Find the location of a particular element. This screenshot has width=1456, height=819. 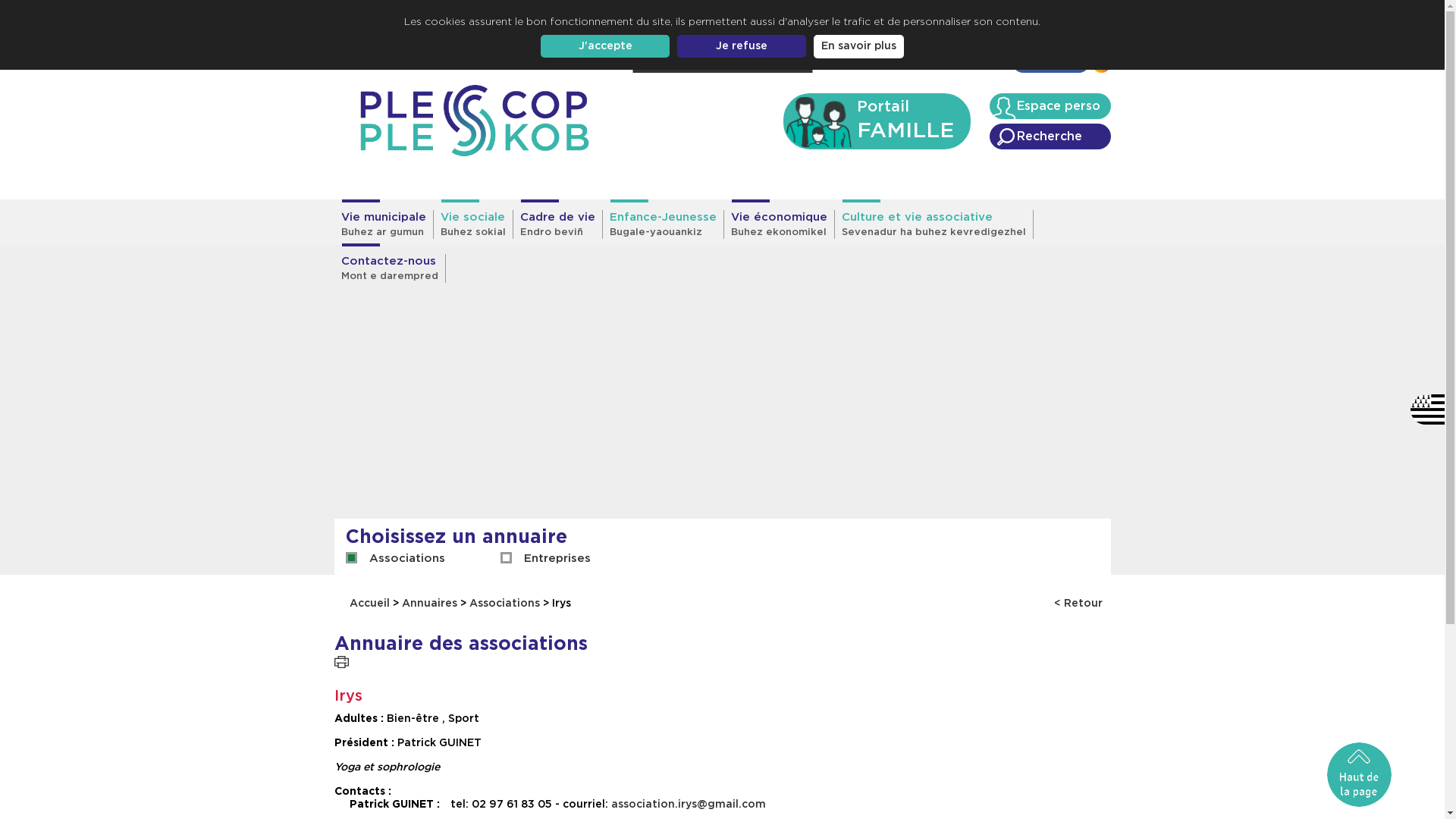

'Vie sociale is located at coordinates (432, 224).